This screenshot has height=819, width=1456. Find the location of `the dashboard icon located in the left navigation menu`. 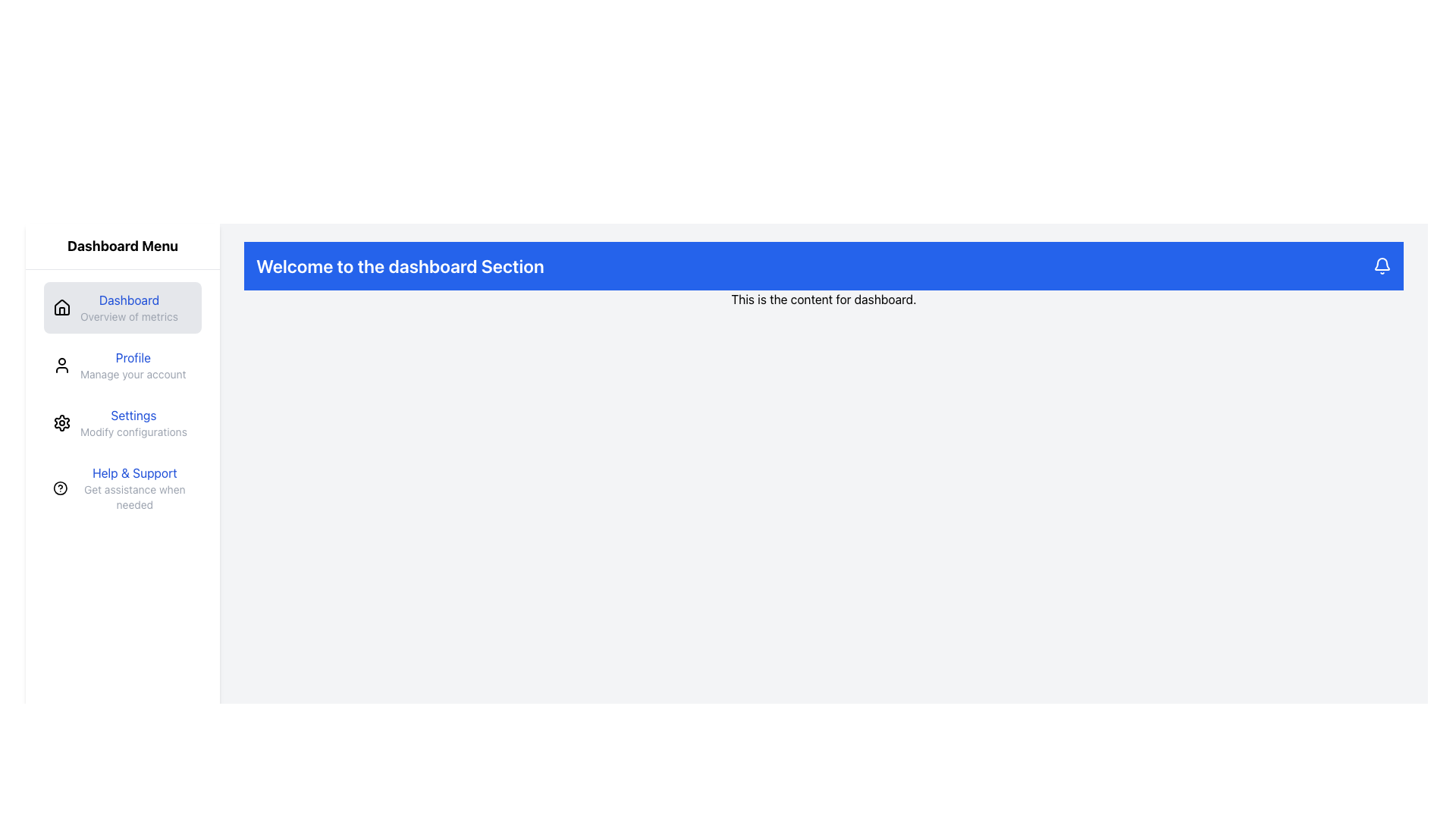

the dashboard icon located in the left navigation menu is located at coordinates (61, 307).